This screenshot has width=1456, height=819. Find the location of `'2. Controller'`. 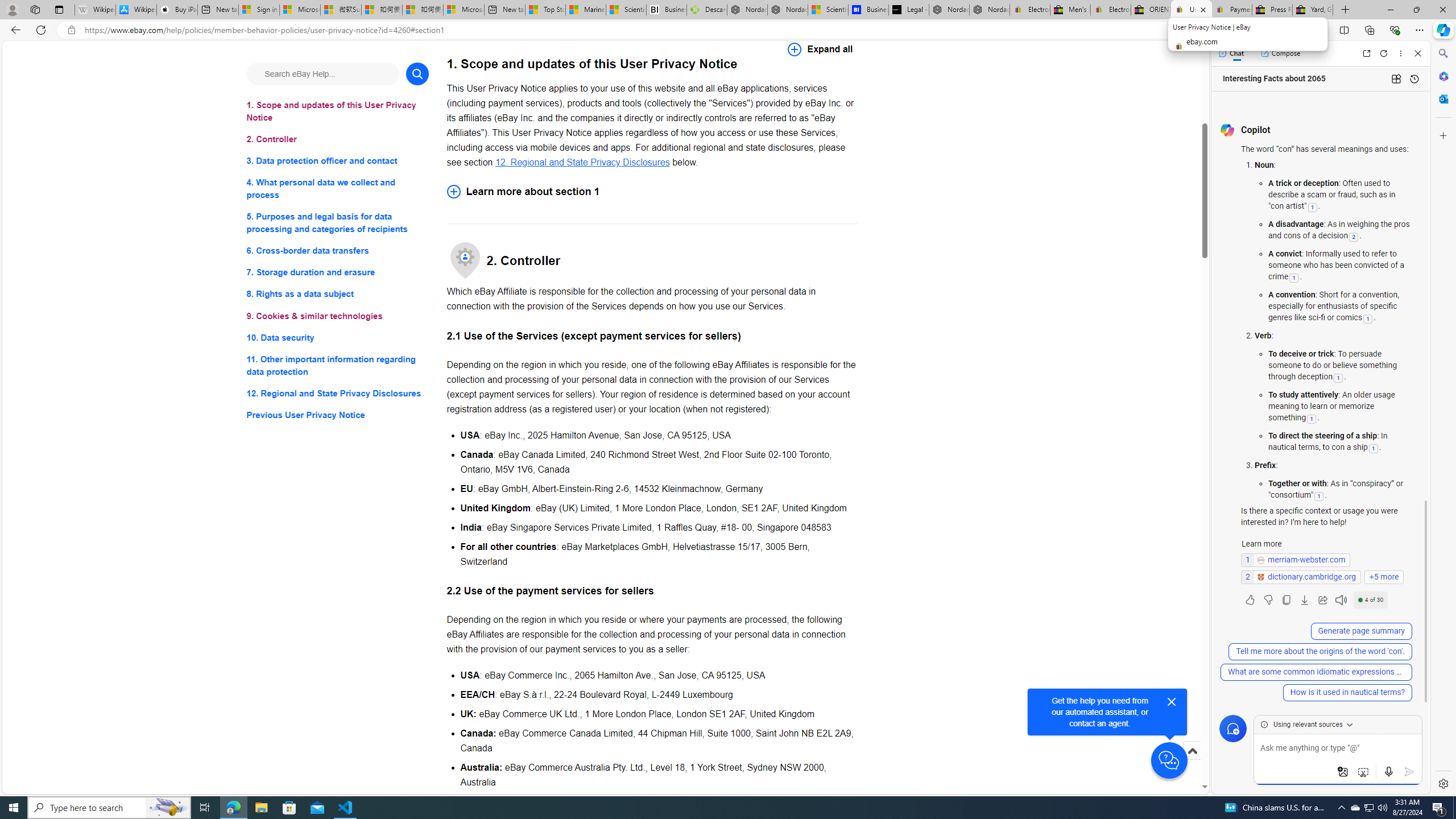

'2. Controller' is located at coordinates (337, 139).